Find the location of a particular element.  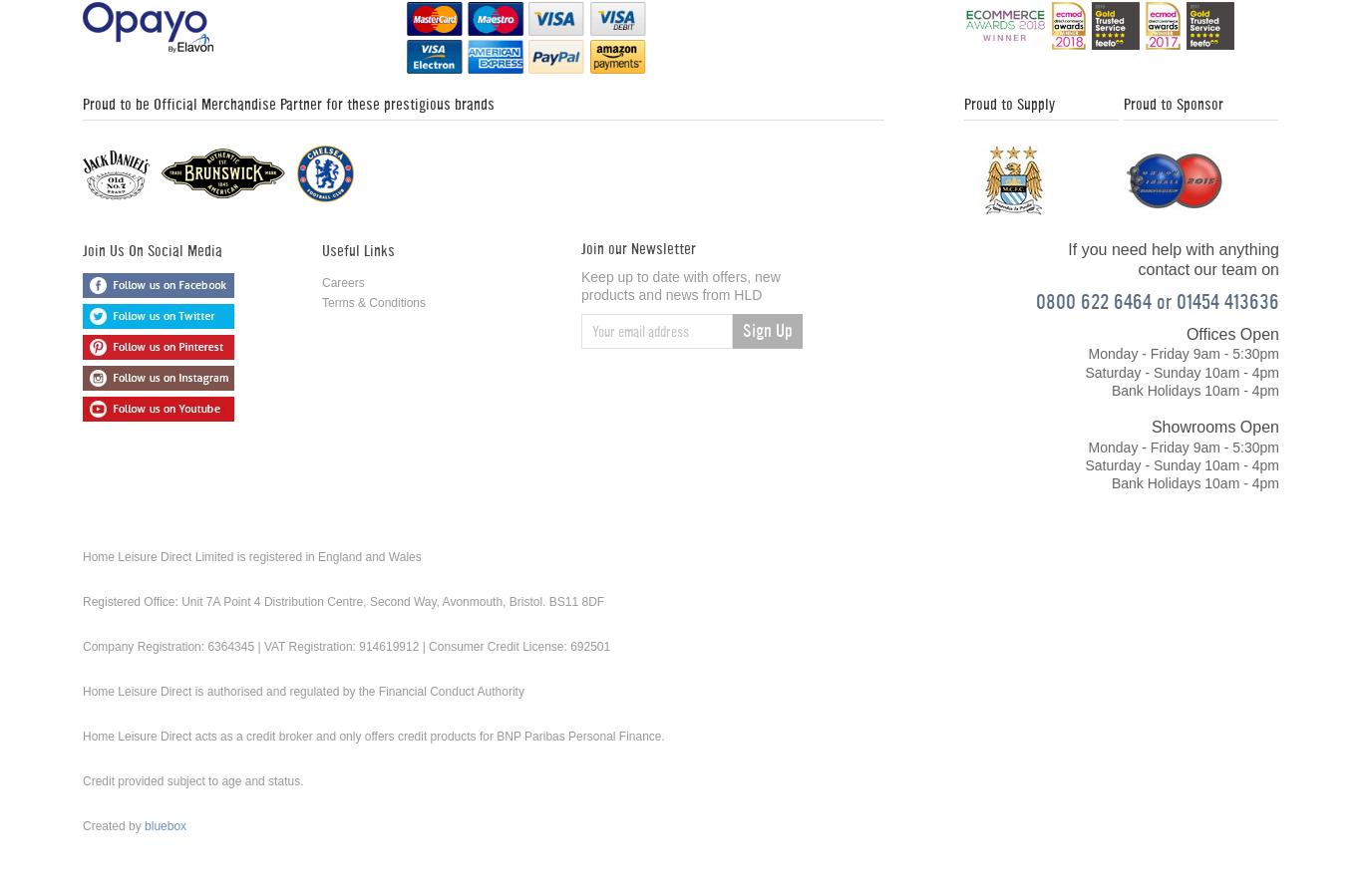

'0800 622 6464 or 01454 413636' is located at coordinates (1157, 300).